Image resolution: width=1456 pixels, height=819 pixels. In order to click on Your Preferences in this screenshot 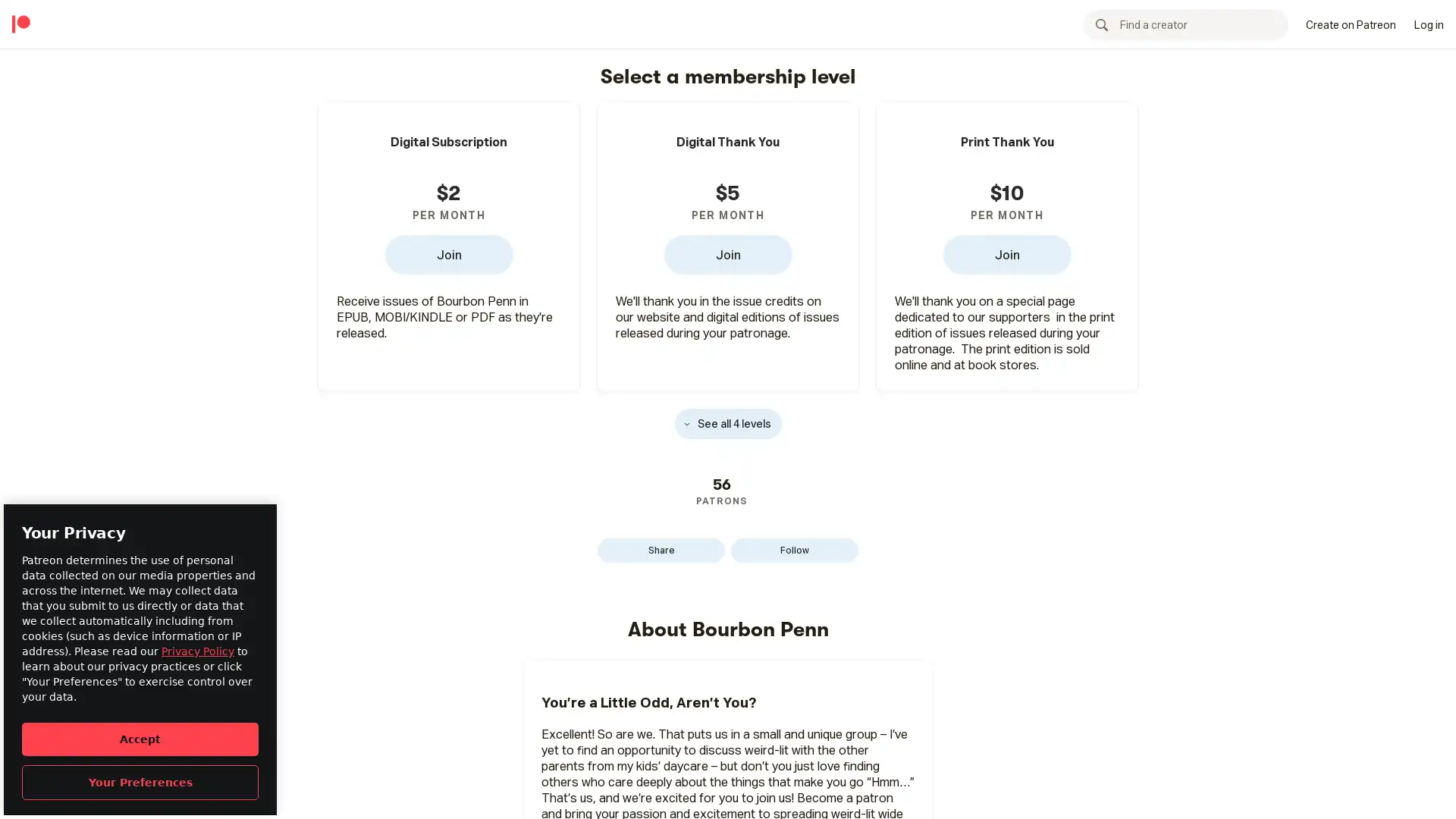, I will do `click(140, 782)`.